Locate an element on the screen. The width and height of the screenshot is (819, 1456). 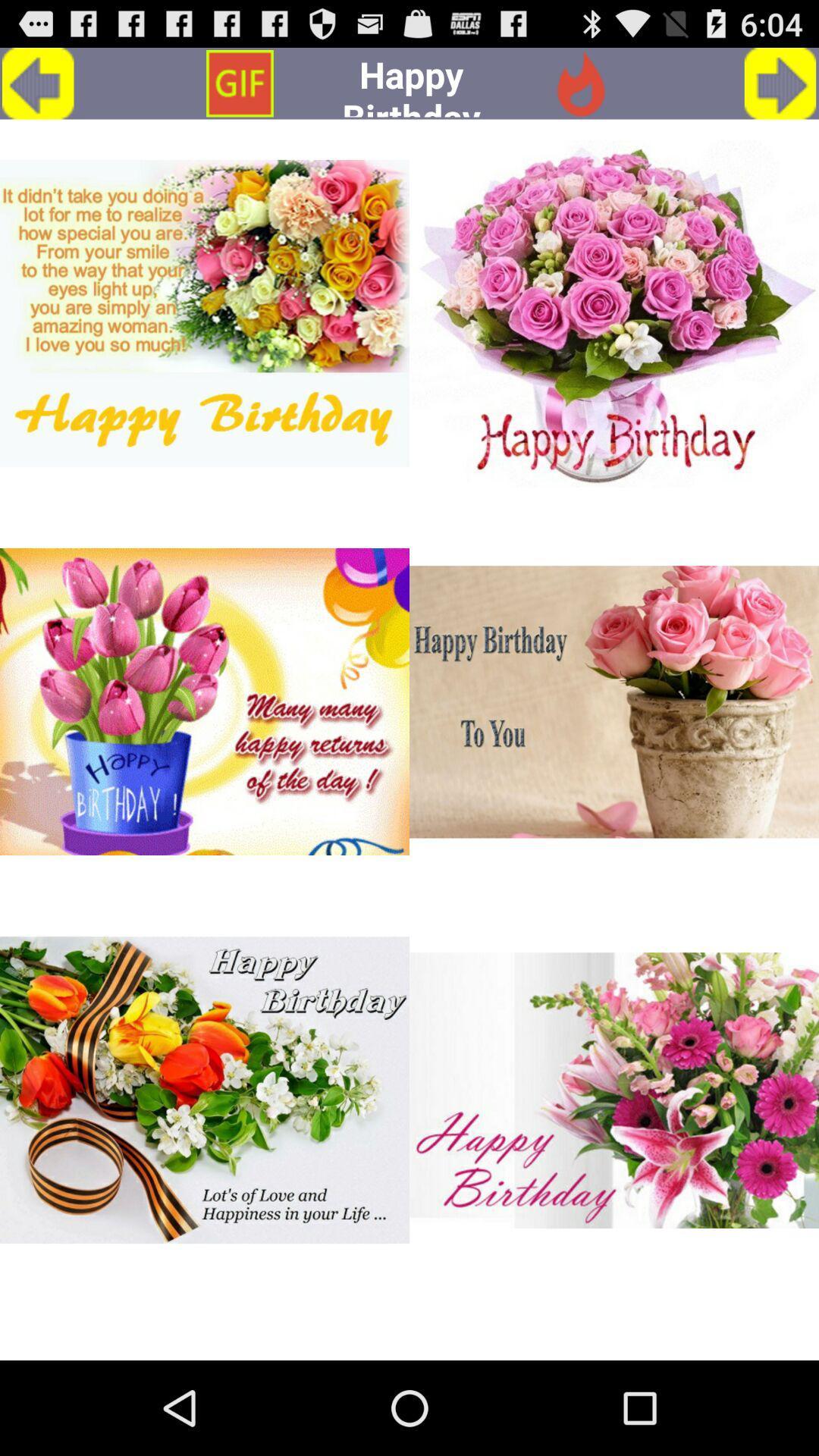
this gif is located at coordinates (205, 1090).